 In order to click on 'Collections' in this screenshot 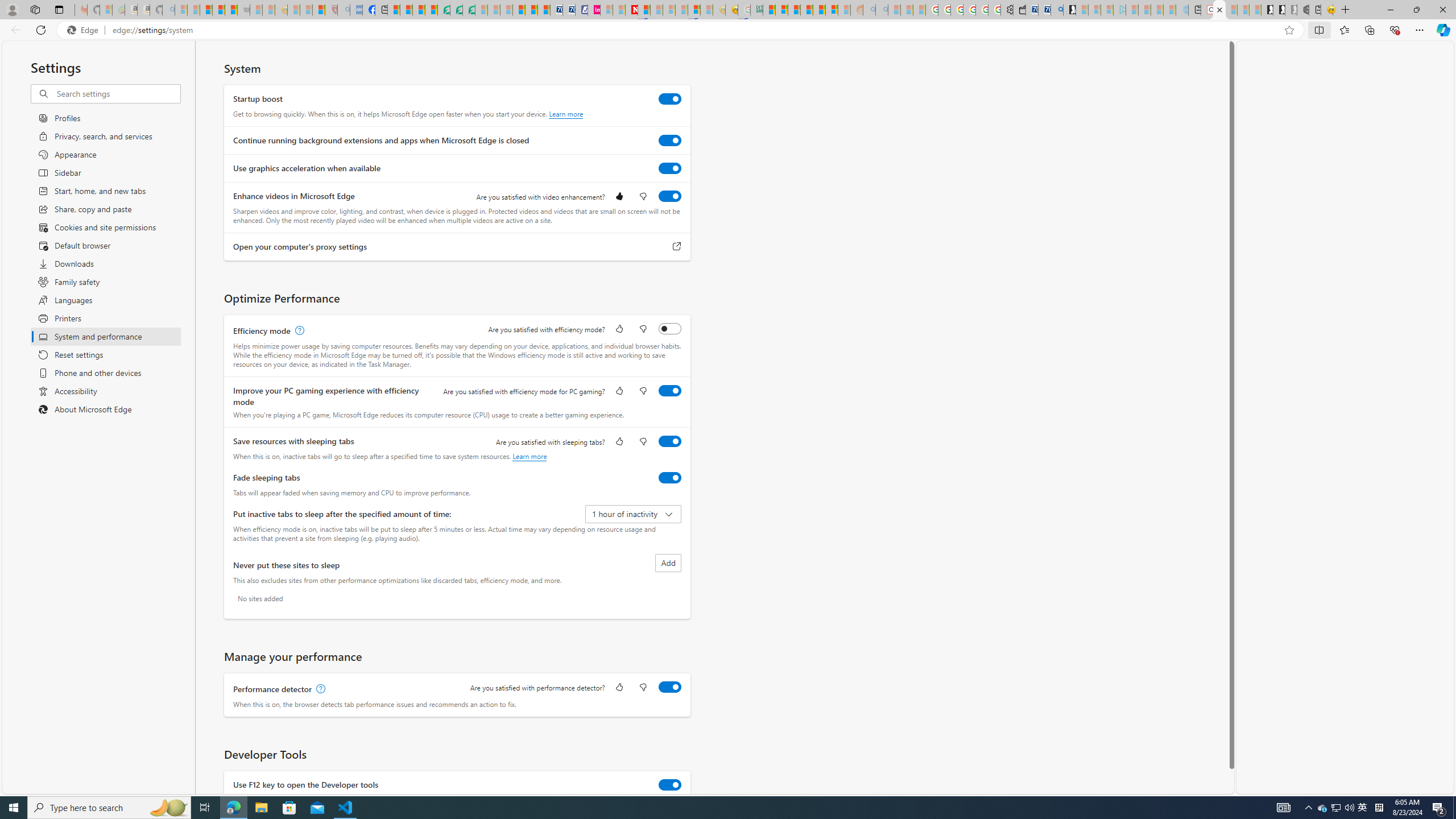, I will do `click(1368, 29)`.